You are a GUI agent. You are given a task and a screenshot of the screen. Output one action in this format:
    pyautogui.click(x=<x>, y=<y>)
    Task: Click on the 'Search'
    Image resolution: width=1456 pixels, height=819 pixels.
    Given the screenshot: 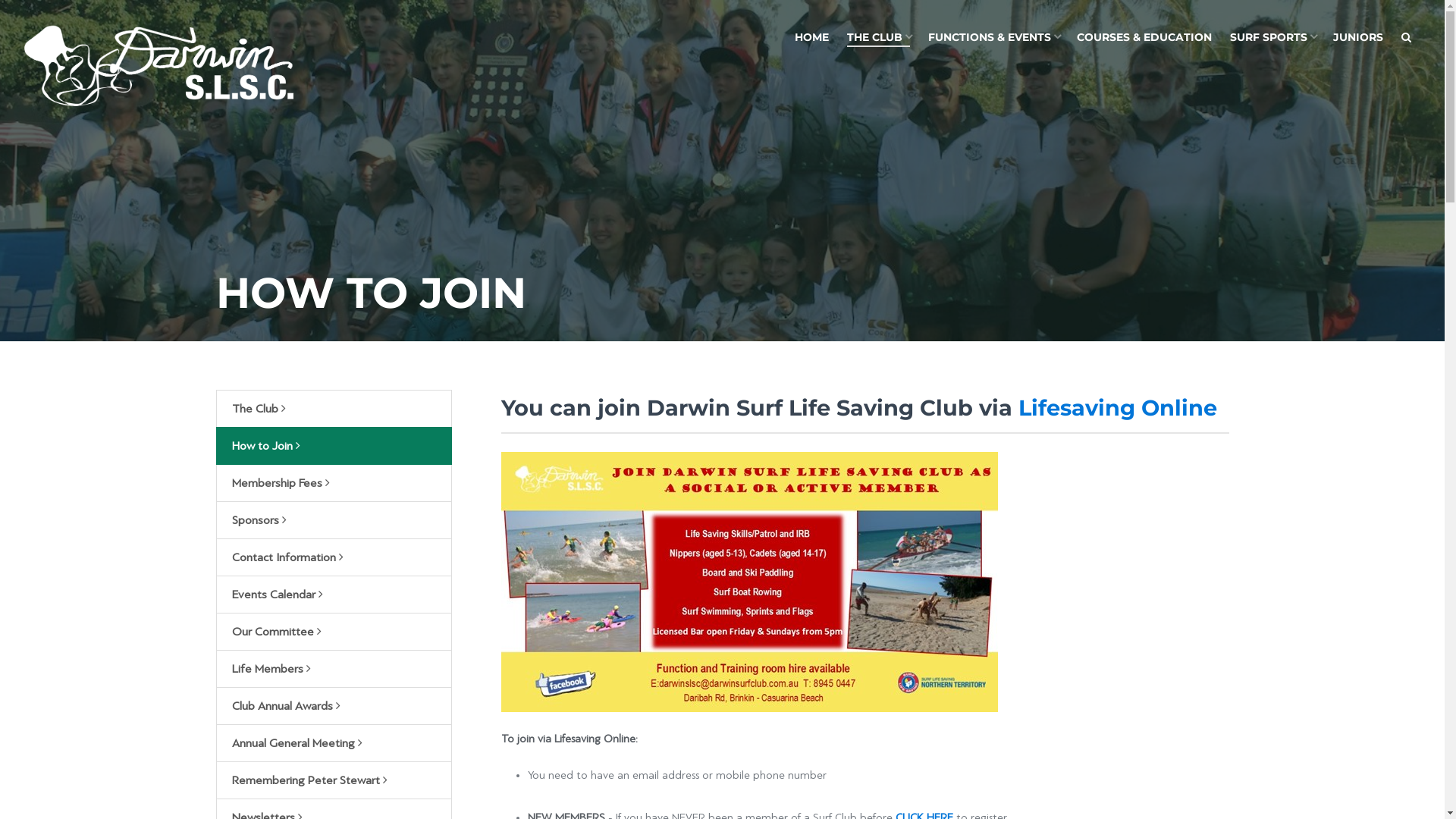 What is the action you would take?
    pyautogui.click(x=1405, y=36)
    